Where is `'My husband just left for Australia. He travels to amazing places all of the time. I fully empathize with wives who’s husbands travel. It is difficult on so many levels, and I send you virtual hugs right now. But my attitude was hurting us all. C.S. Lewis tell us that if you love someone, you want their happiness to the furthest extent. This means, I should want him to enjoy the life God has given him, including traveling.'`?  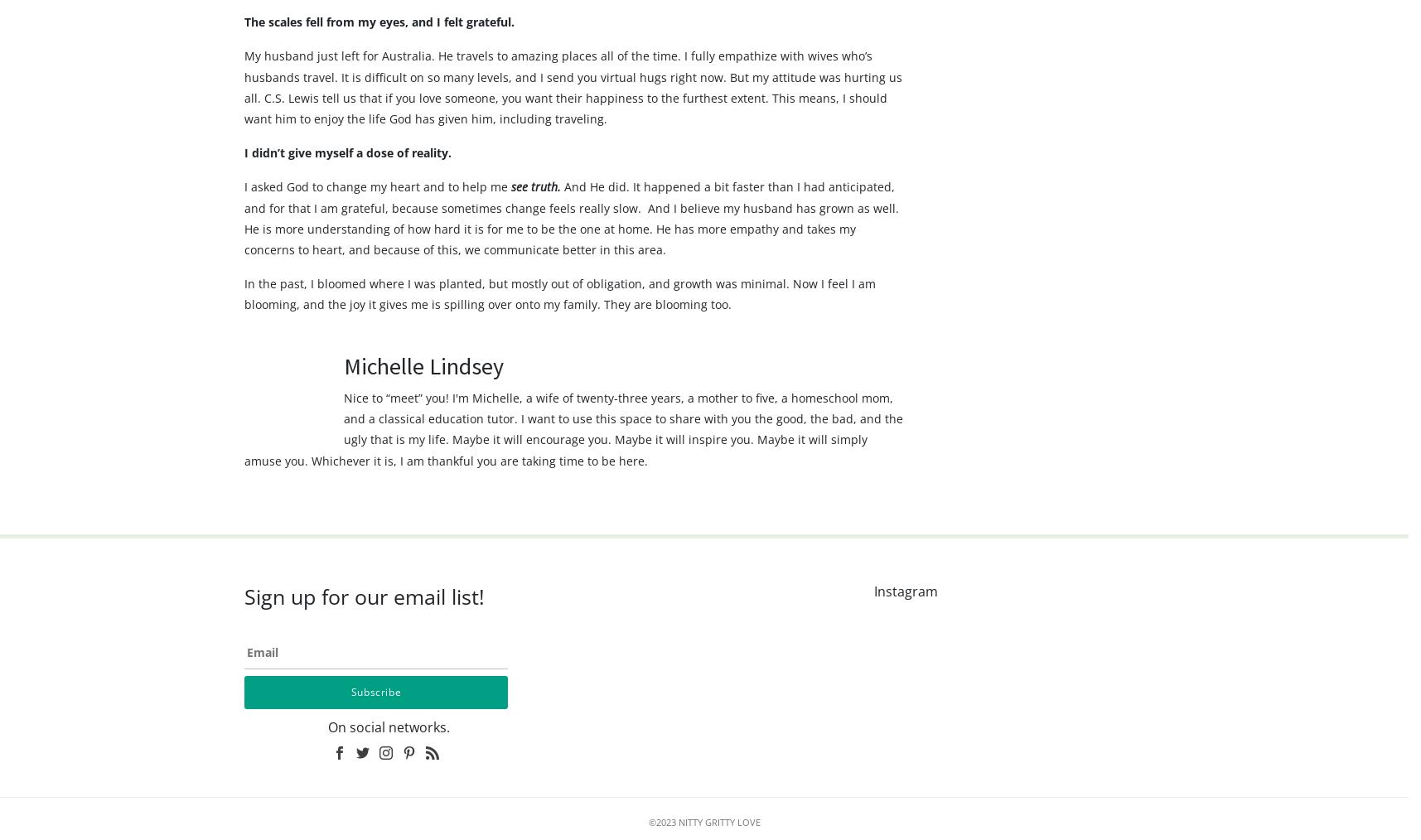 'My husband just left for Australia. He travels to amazing places all of the time. I fully empathize with wives who’s husbands travel. It is difficult on so many levels, and I send you virtual hugs right now. But my attitude was hurting us all. C.S. Lewis tell us that if you love someone, you want their happiness to the furthest extent. This means, I should want him to enjoy the life God has given him, including traveling.' is located at coordinates (243, 118).